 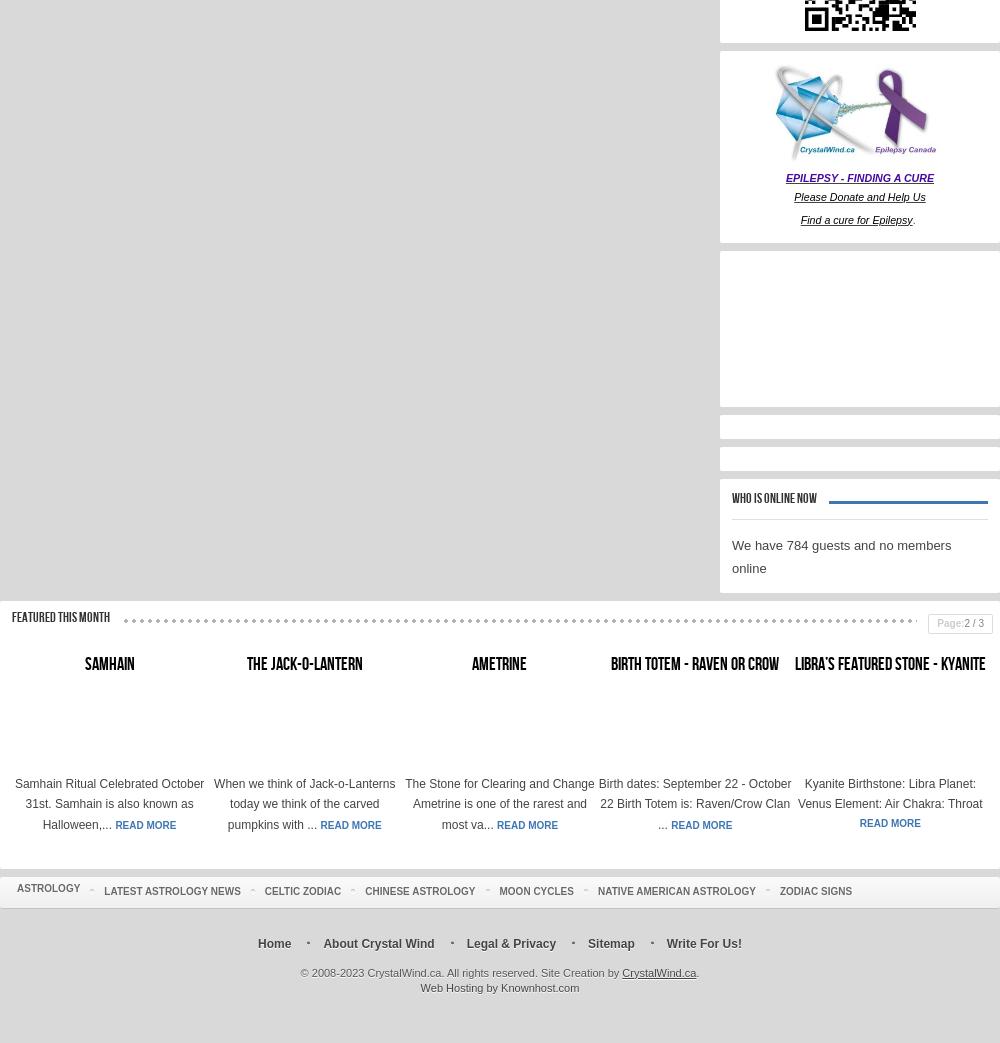 What do you see at coordinates (536, 890) in the screenshot?
I see `'Moon Cycles'` at bounding box center [536, 890].